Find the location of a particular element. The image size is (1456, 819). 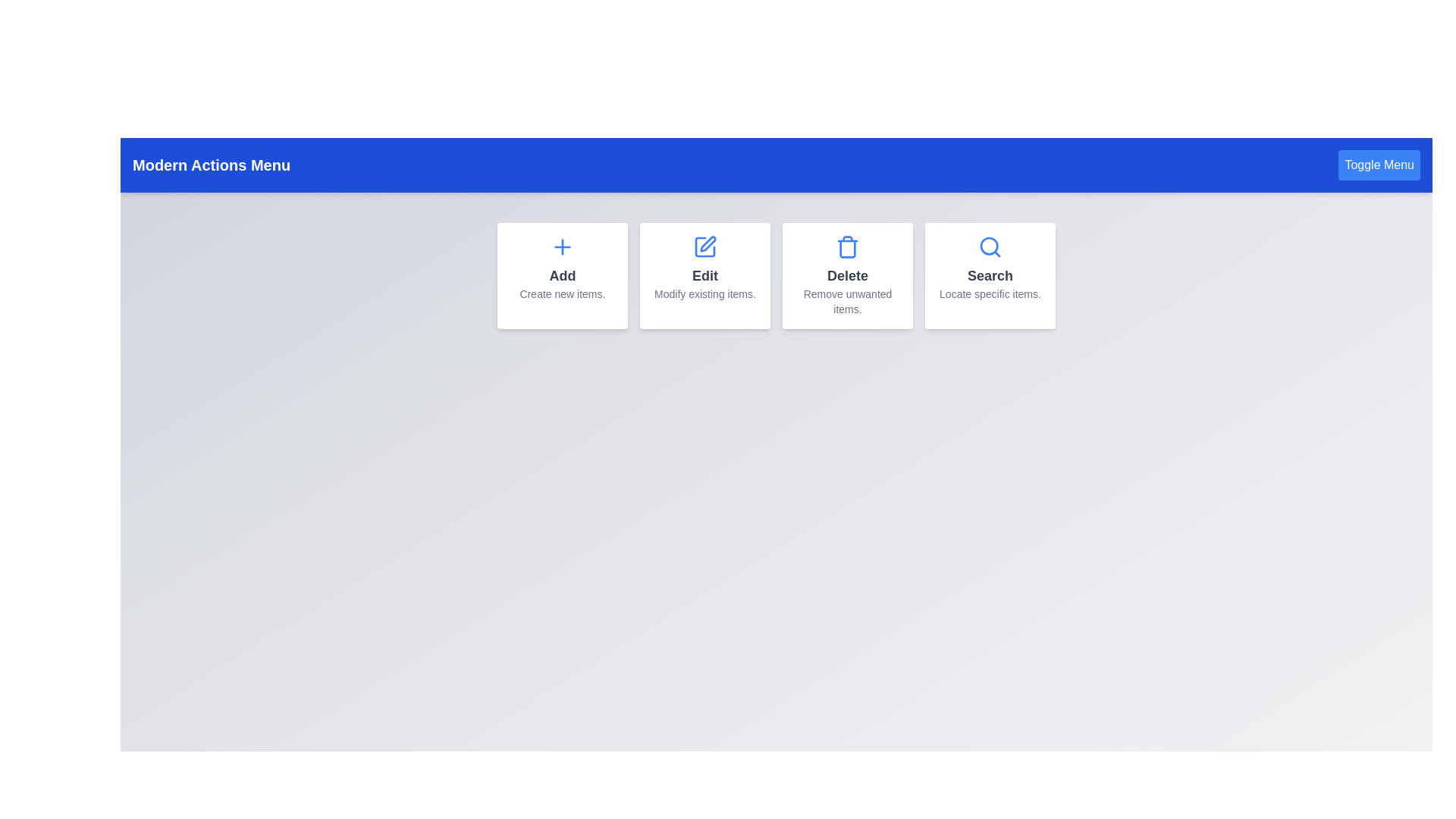

'Toggle Menu' button to toggle the visibility of the menu is located at coordinates (1379, 165).